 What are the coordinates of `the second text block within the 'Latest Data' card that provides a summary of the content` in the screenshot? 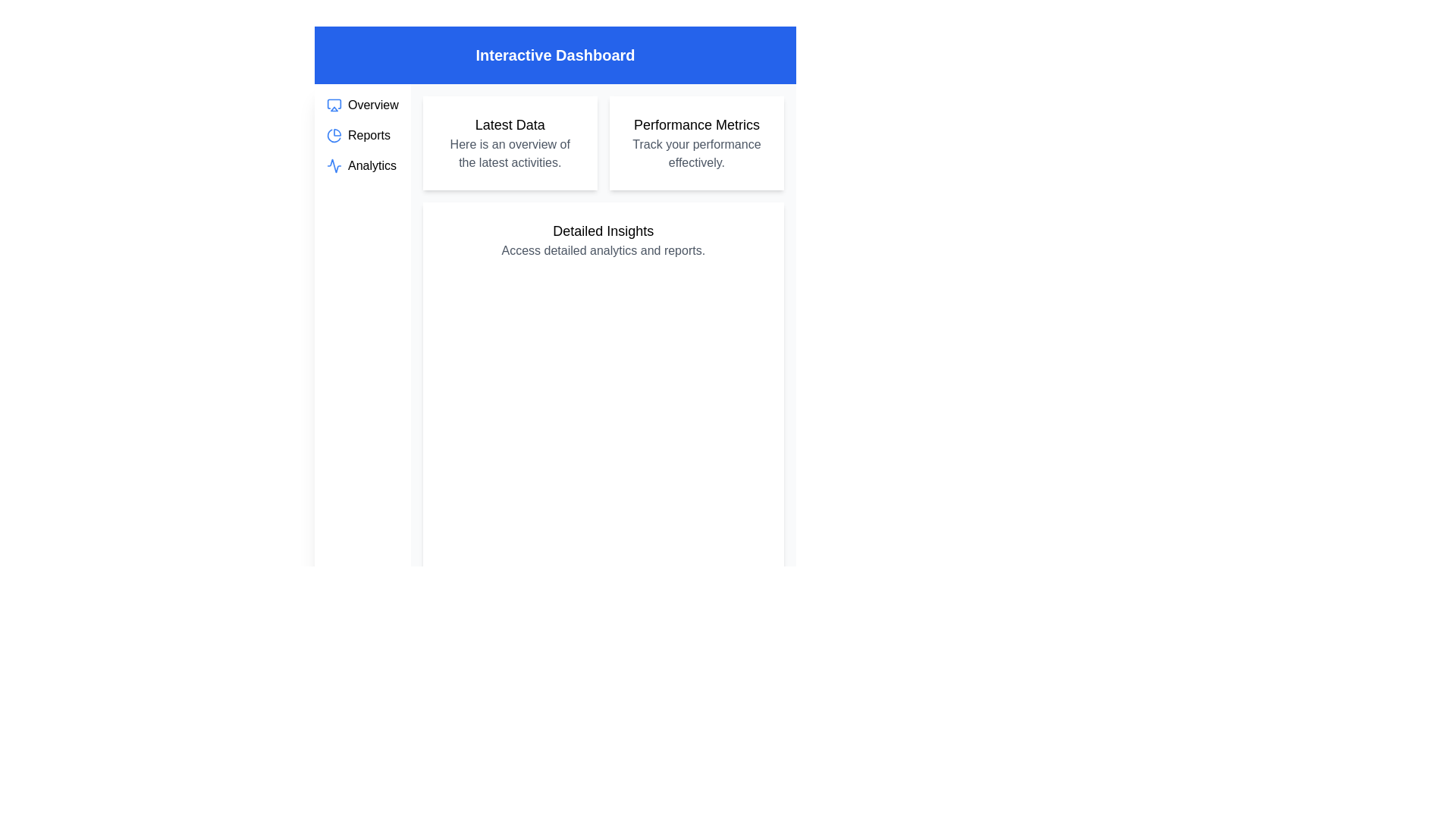 It's located at (510, 154).